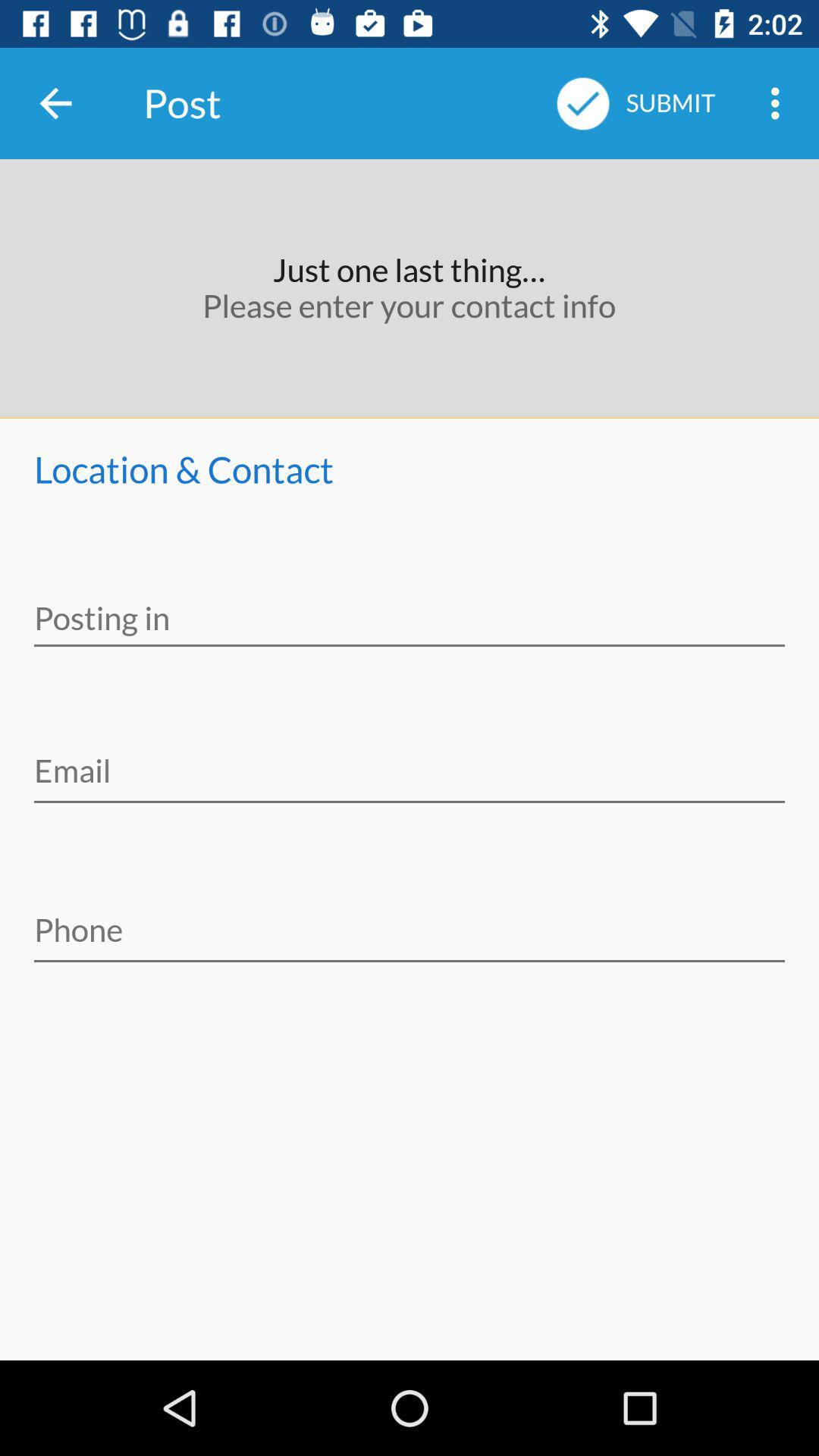  I want to click on your email, so click(409, 761).